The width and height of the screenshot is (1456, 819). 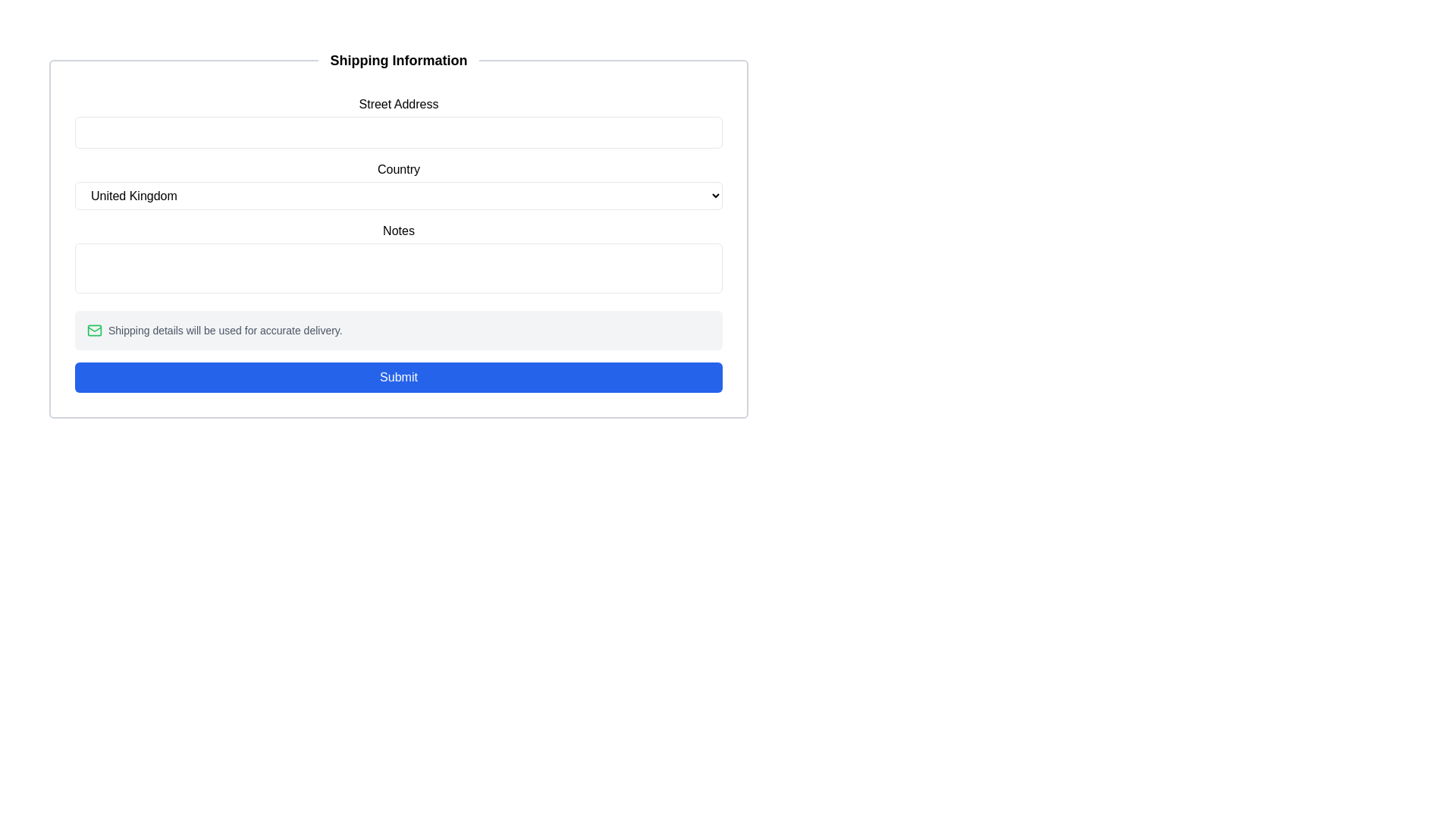 I want to click on the 'Notes' text label, which is displayed in a medium-sized, bold, black font, located above the text area input tied to 'Notes.', so click(x=399, y=231).